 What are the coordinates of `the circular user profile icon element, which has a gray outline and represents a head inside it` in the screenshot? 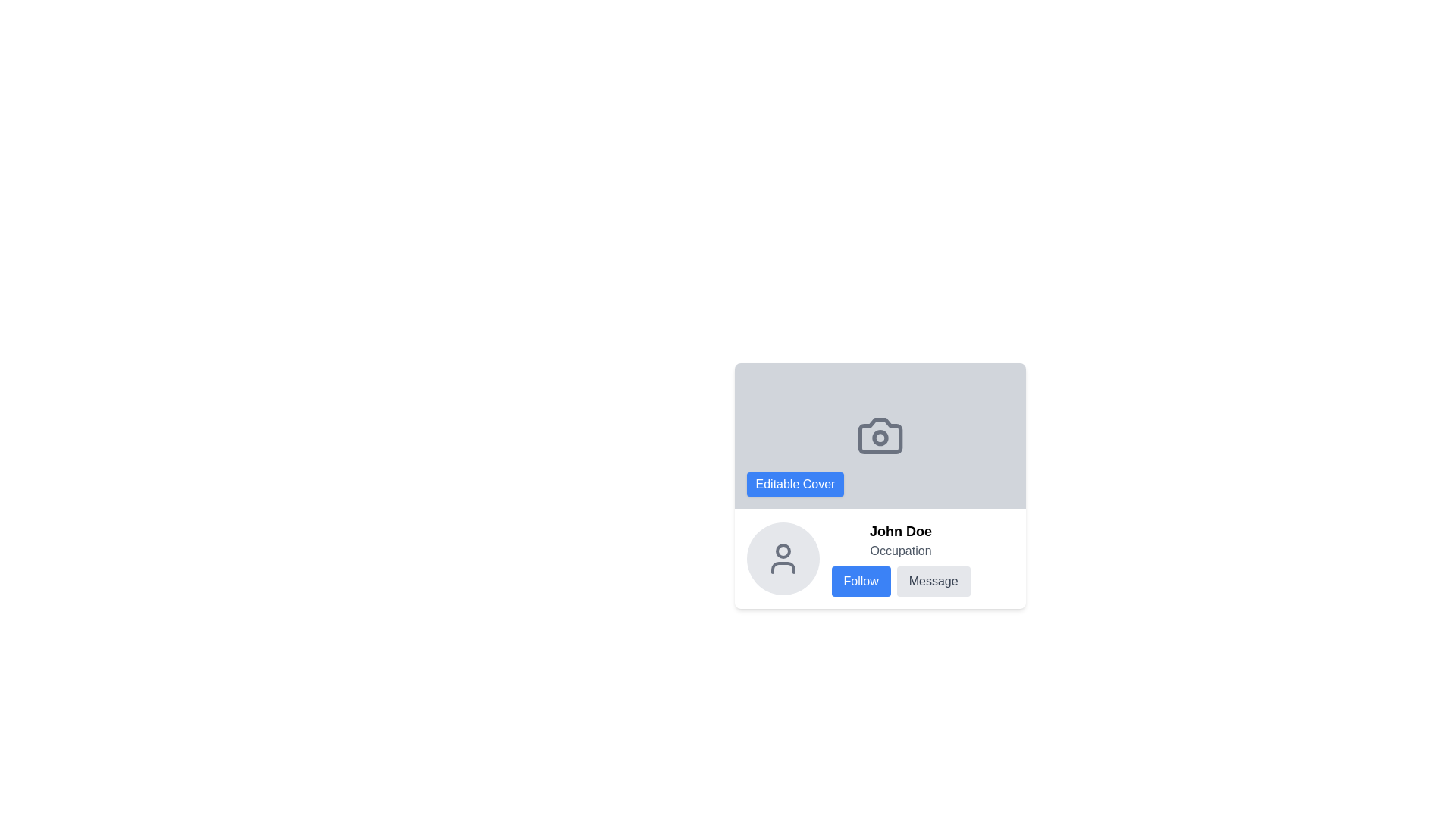 It's located at (783, 551).